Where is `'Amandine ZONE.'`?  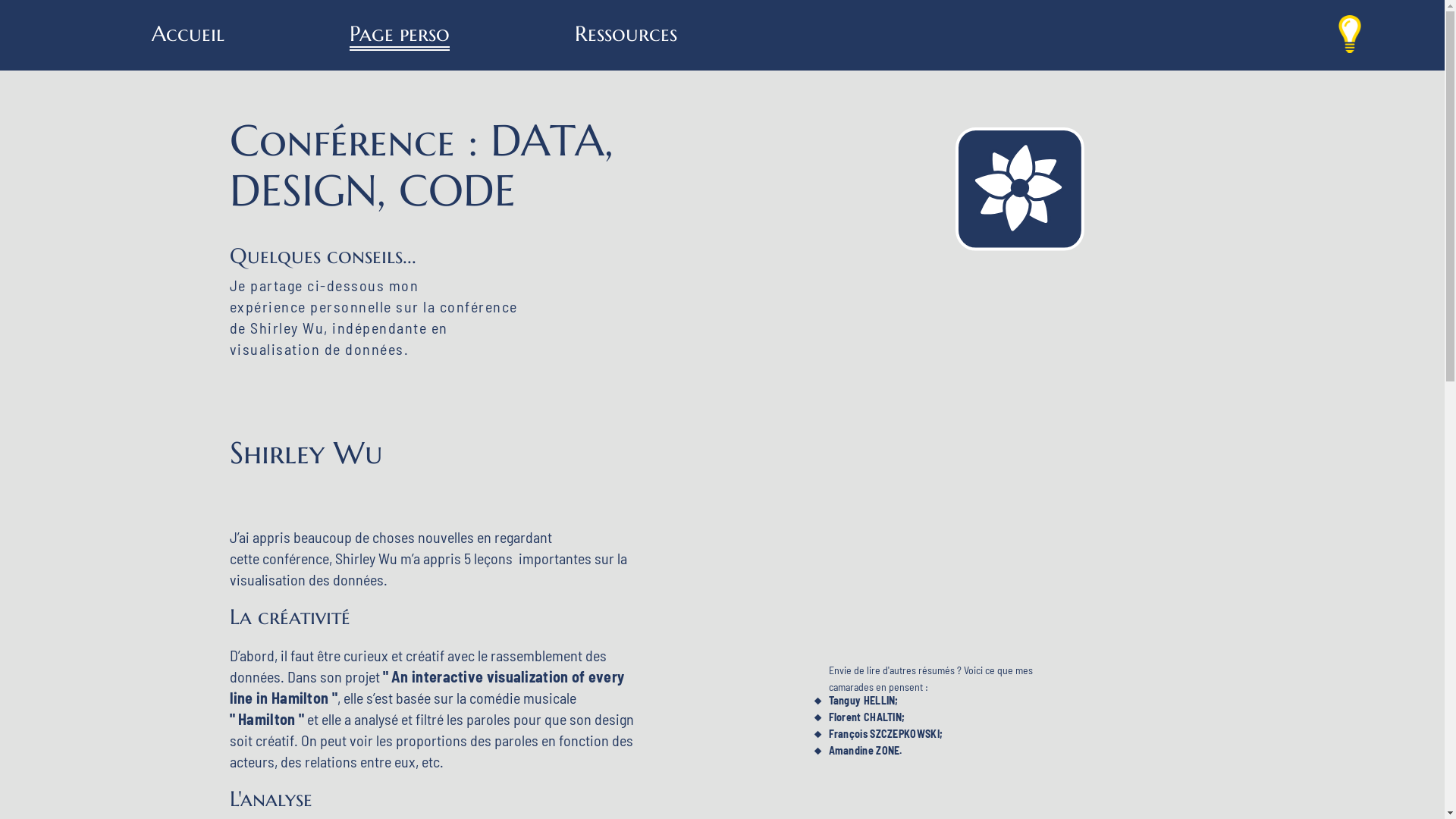
'Amandine ZONE.' is located at coordinates (827, 749).